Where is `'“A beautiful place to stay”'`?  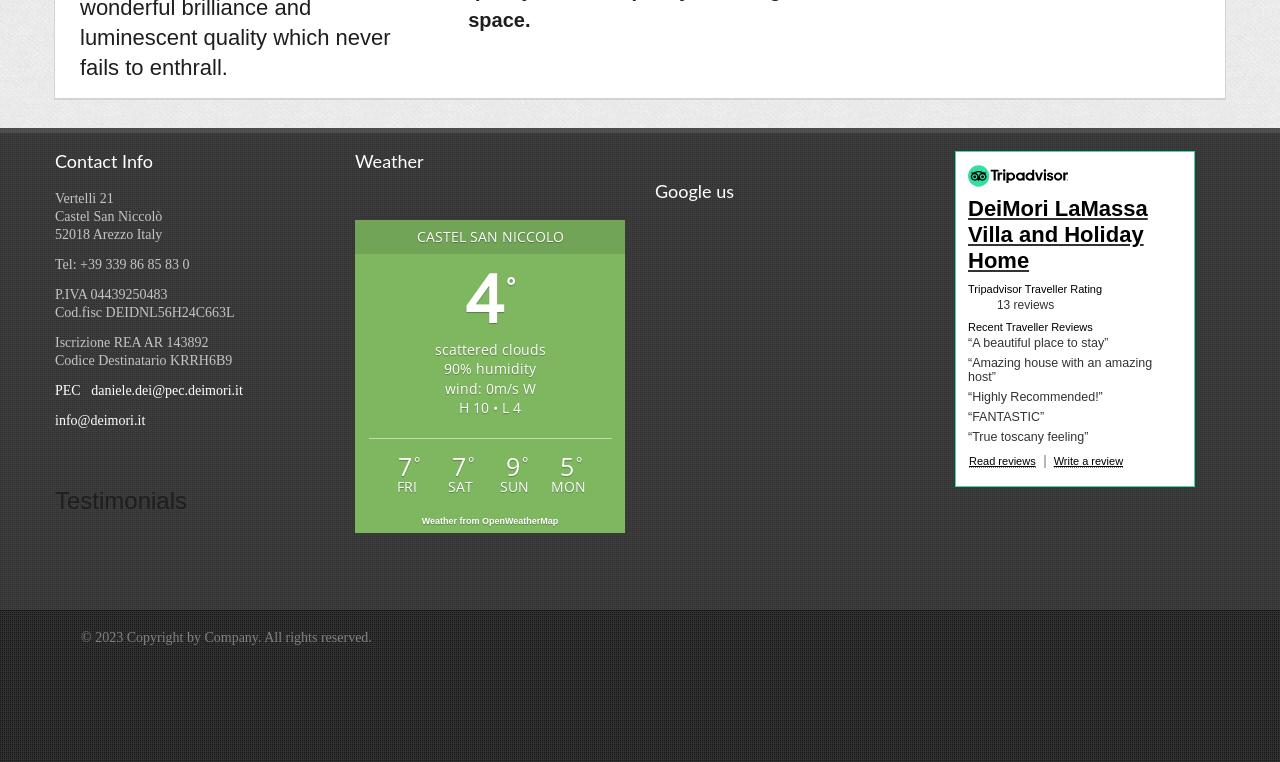
'“A beautiful place to stay”' is located at coordinates (1037, 341).